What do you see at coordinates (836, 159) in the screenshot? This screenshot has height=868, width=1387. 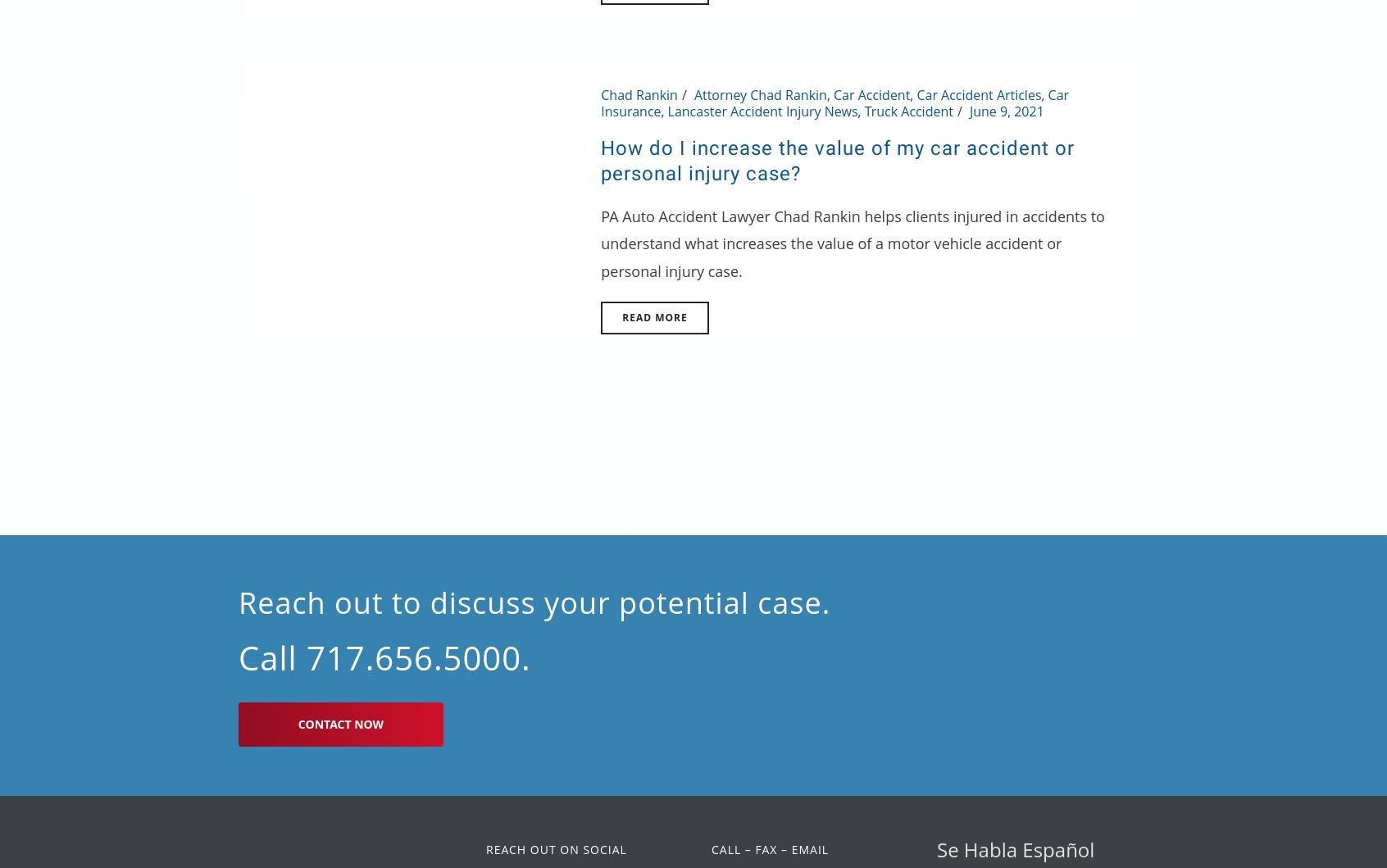 I see `'How do I increase the value of my car accident or personal injury case?'` at bounding box center [836, 159].